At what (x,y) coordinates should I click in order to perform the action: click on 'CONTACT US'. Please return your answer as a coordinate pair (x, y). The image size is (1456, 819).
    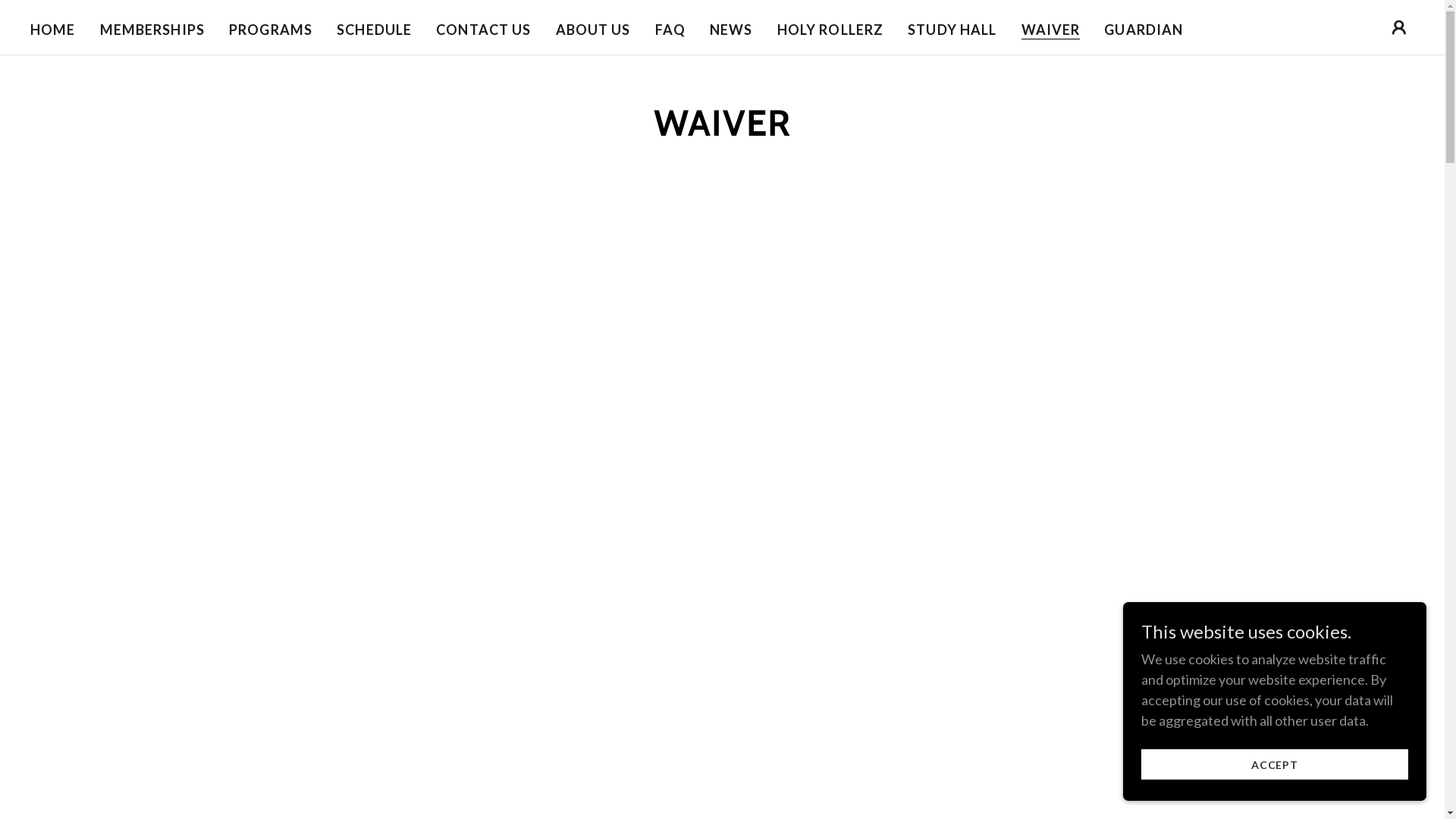
    Looking at the image, I should click on (431, 29).